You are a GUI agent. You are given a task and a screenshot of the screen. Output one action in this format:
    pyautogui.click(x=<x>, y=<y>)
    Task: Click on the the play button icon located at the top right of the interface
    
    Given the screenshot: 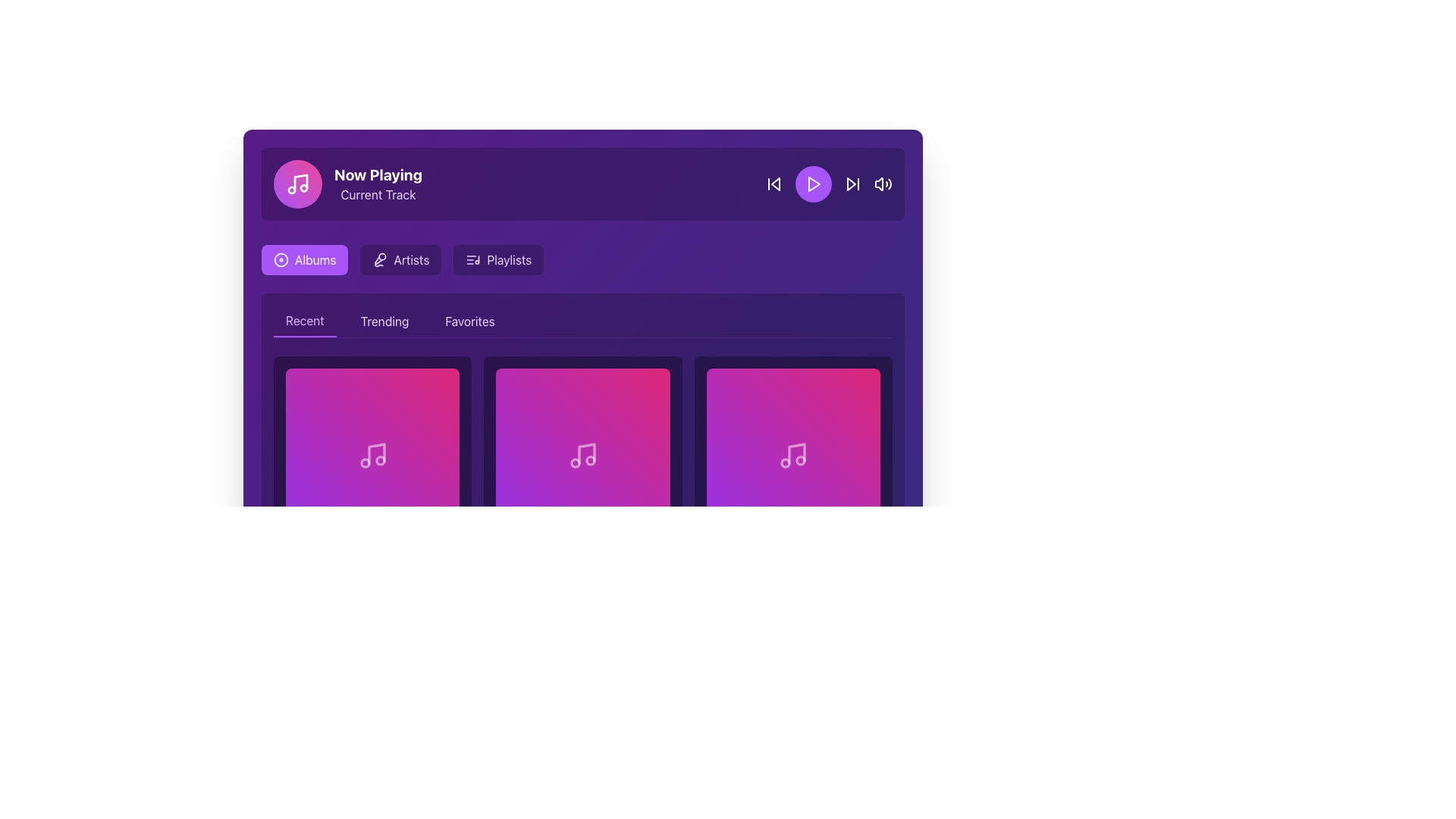 What is the action you would take?
    pyautogui.click(x=814, y=184)
    